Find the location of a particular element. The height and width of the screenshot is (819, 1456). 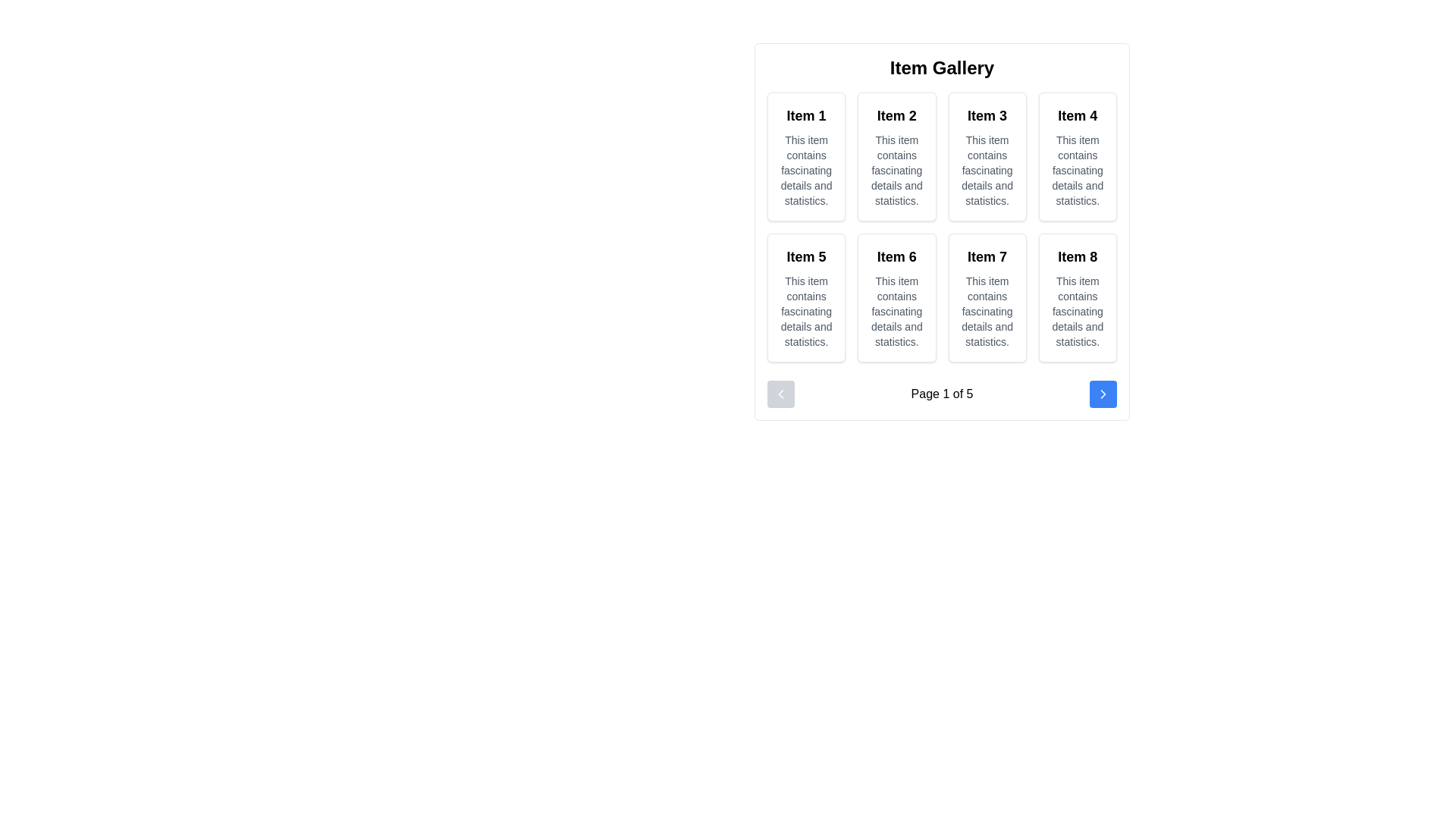

the textual content that reads 'This item contains fascinating details and statistics.' located below the title 'Item 7' in the rounded rectangle card is located at coordinates (987, 311).